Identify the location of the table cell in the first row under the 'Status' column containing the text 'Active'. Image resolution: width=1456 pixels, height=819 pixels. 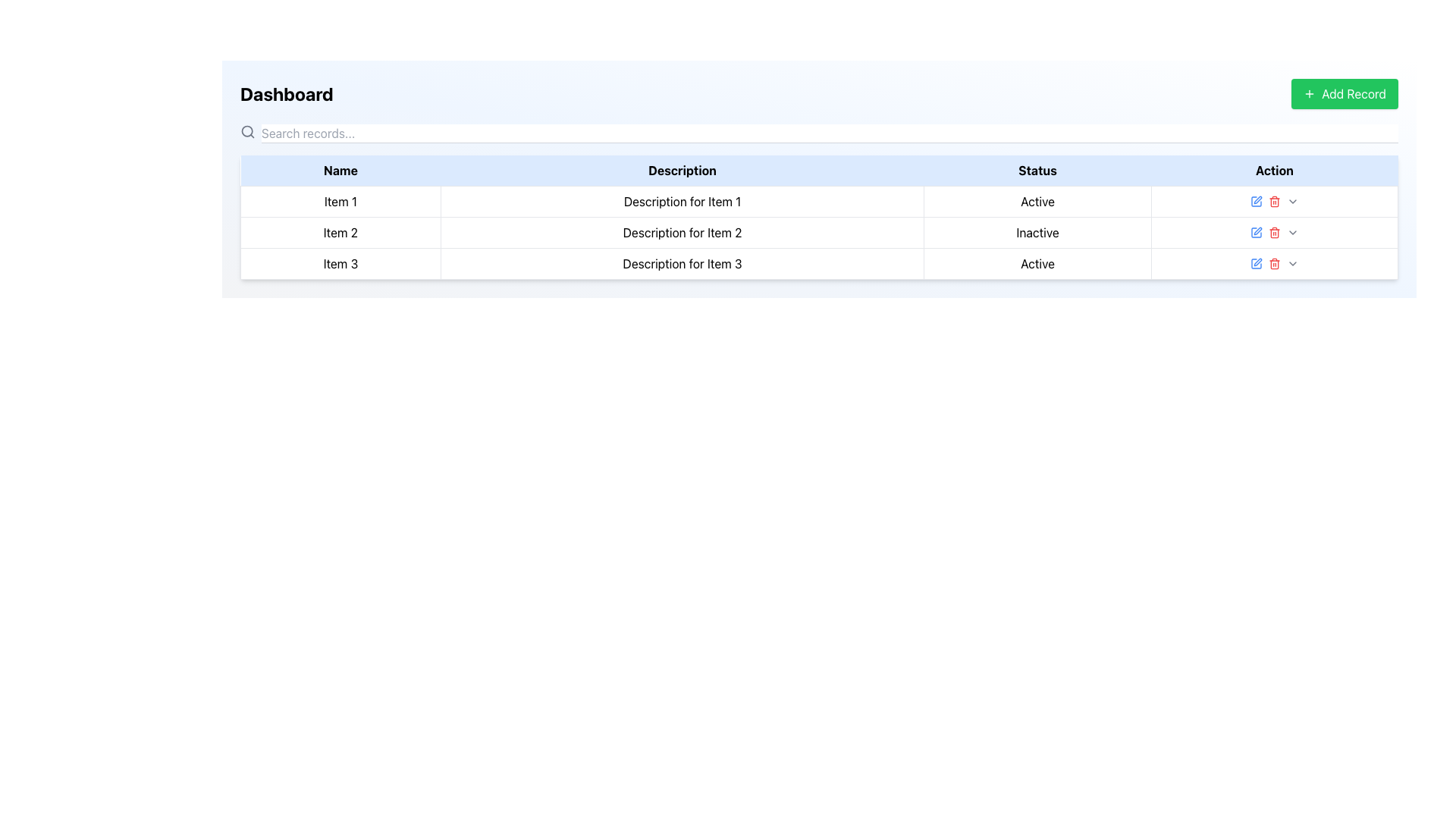
(1037, 201).